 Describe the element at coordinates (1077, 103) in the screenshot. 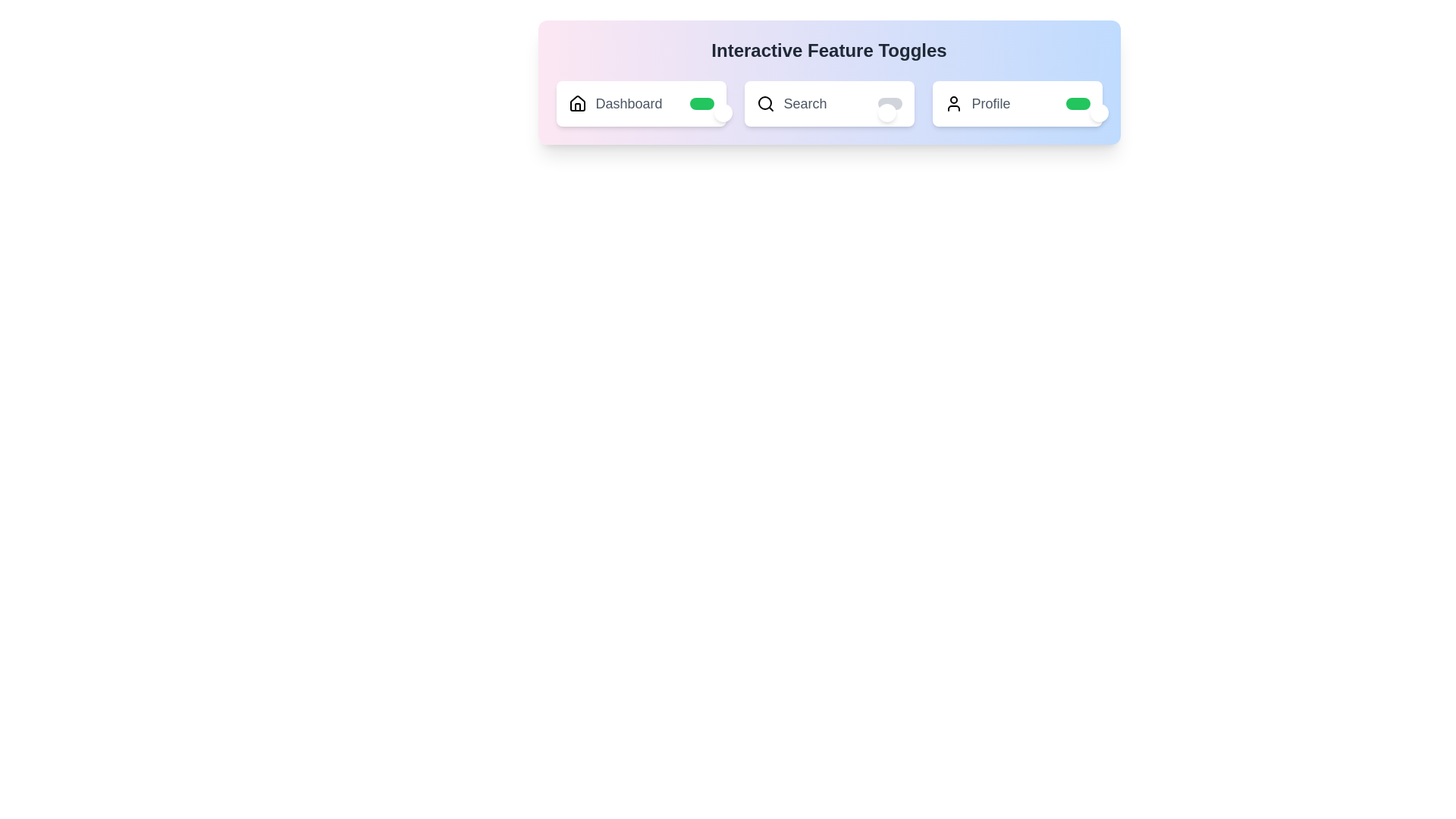

I see `the 'Profile' toggle switch to change its state` at that location.